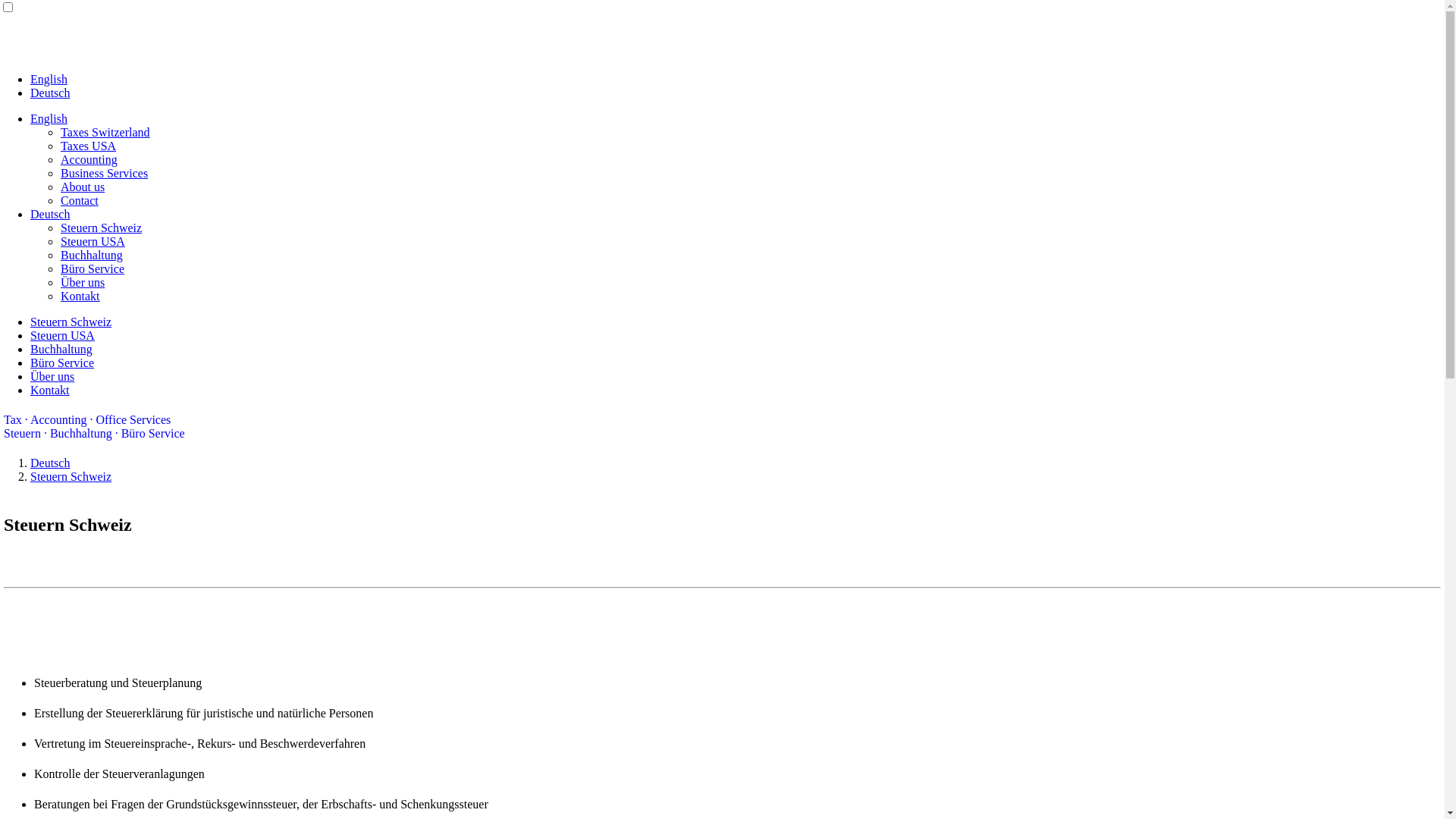  Describe the element at coordinates (50, 389) in the screenshot. I see `'Kontakt'` at that location.